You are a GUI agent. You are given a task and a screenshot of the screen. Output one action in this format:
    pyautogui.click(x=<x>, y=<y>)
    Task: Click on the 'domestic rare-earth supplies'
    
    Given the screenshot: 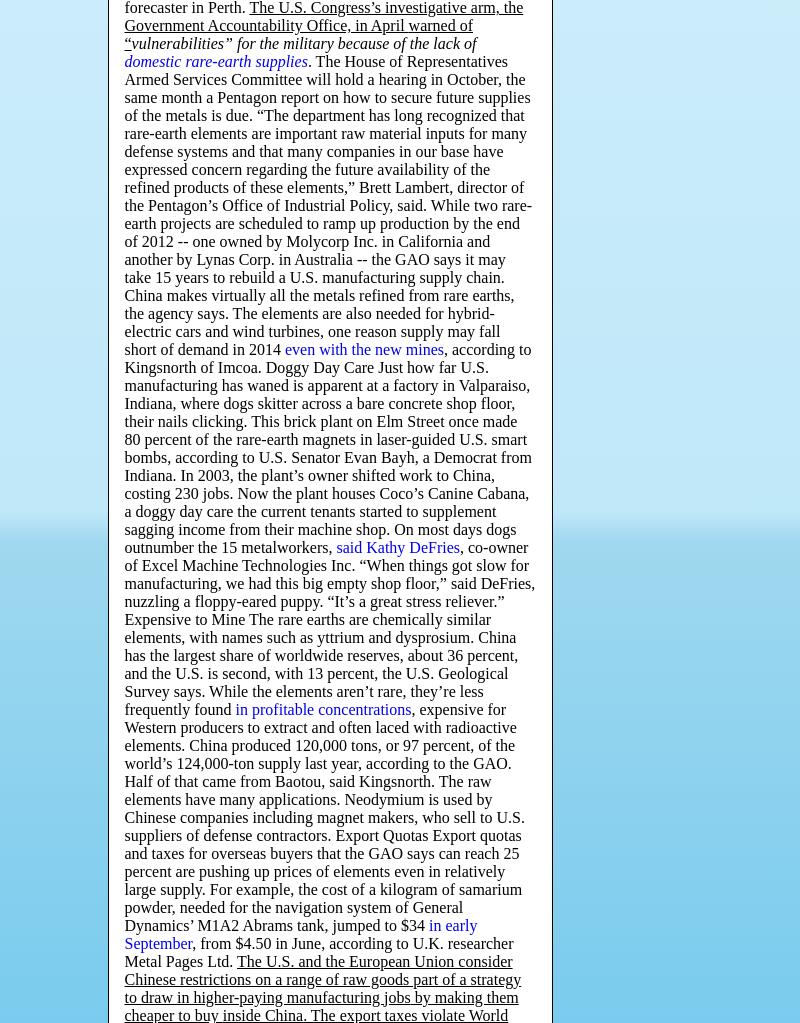 What is the action you would take?
    pyautogui.click(x=215, y=60)
    